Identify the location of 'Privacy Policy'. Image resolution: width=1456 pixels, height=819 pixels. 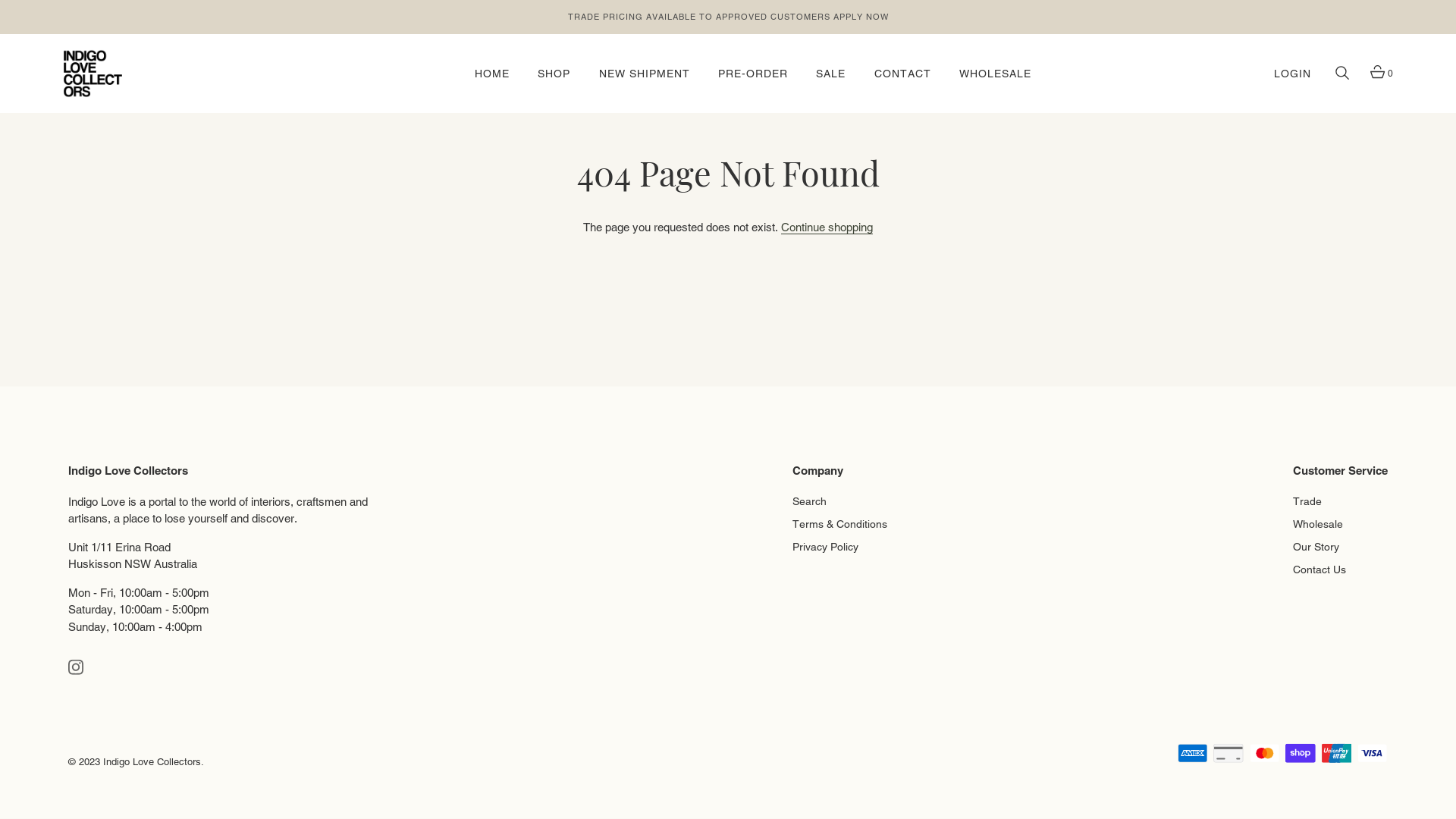
(824, 543).